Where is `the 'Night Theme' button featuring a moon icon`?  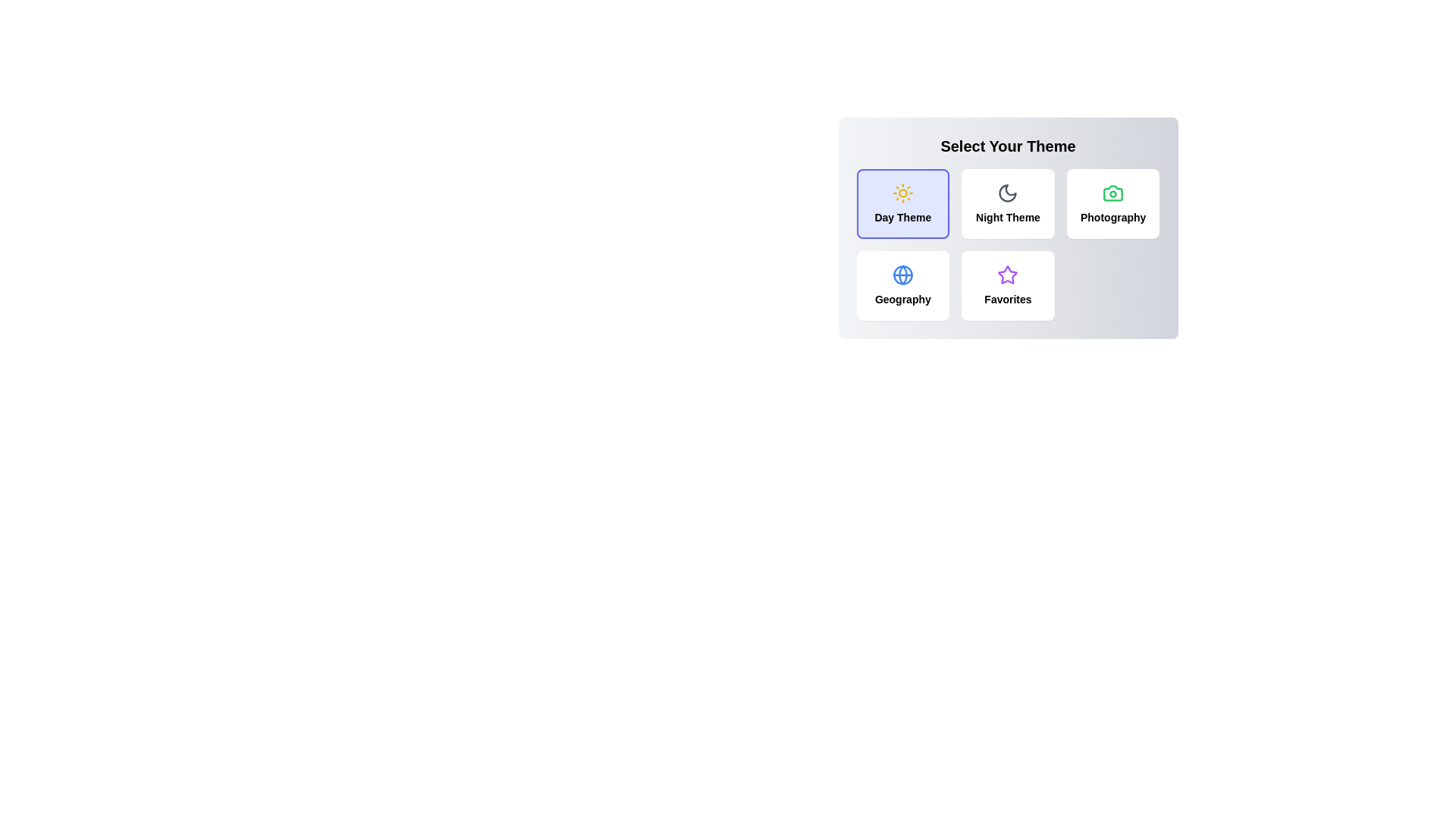 the 'Night Theme' button featuring a moon icon is located at coordinates (1008, 203).